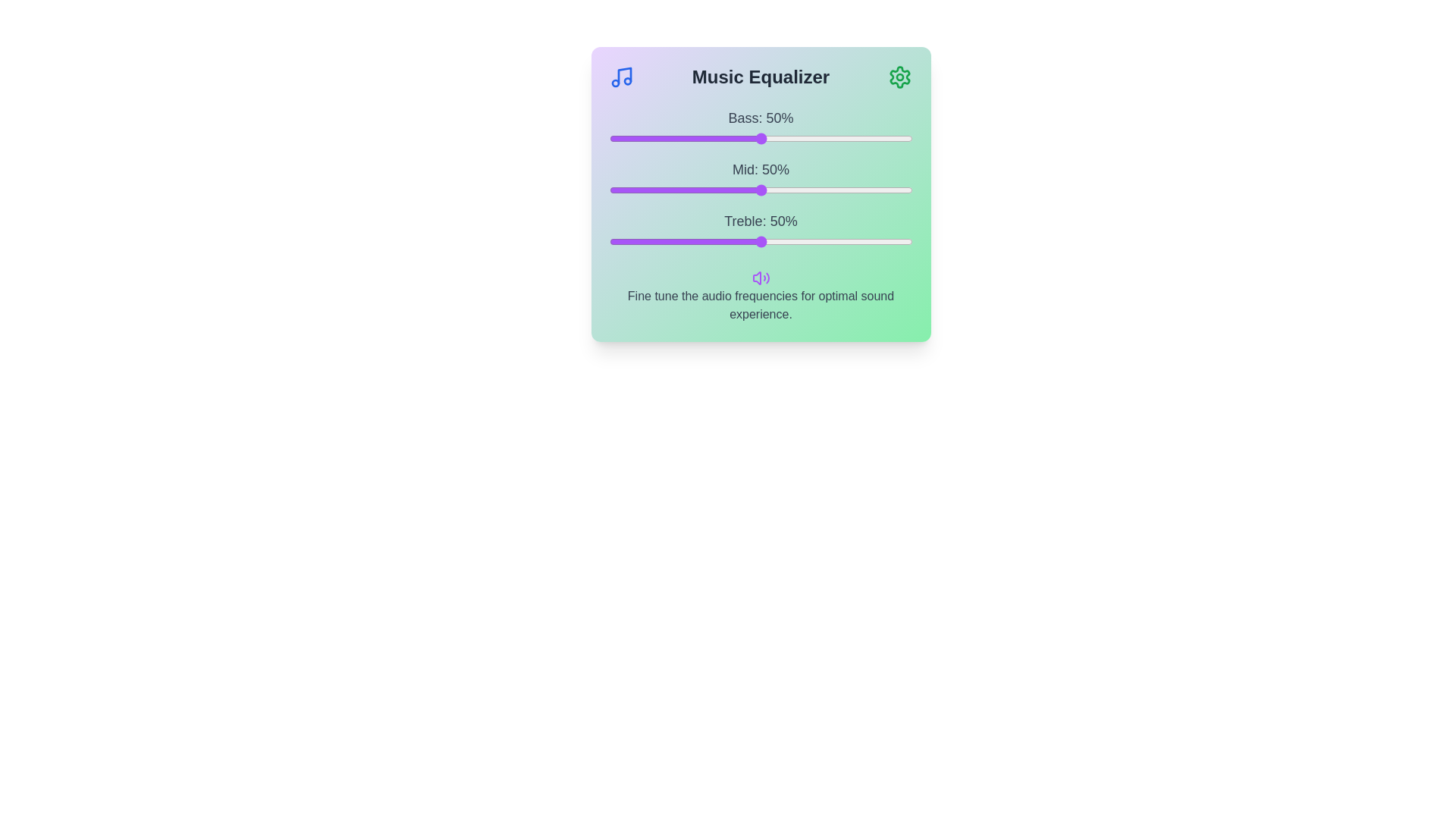 The width and height of the screenshot is (1456, 819). I want to click on the mid frequency slider to 24%, so click(681, 189).